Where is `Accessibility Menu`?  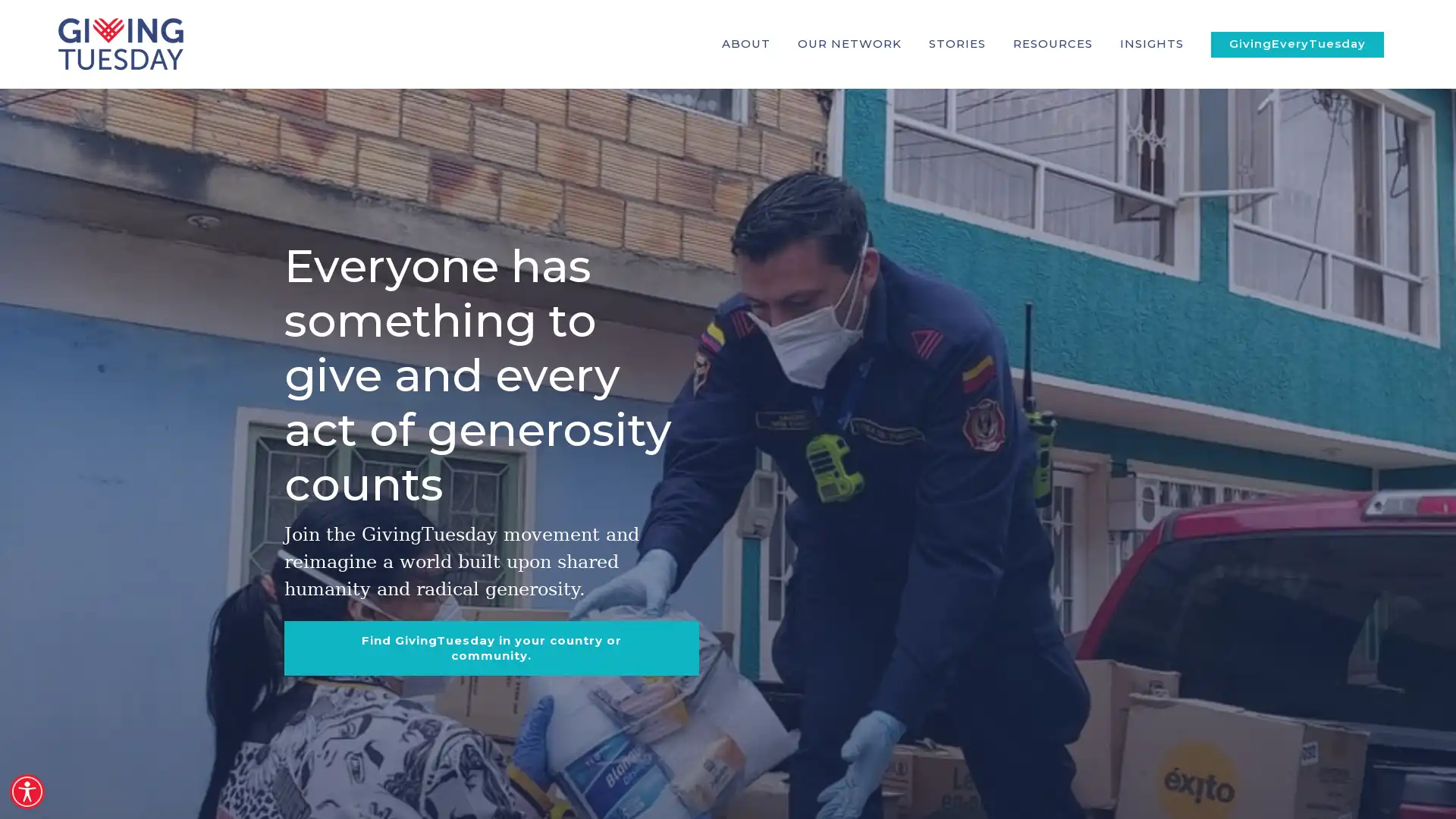
Accessibility Menu is located at coordinates (27, 791).